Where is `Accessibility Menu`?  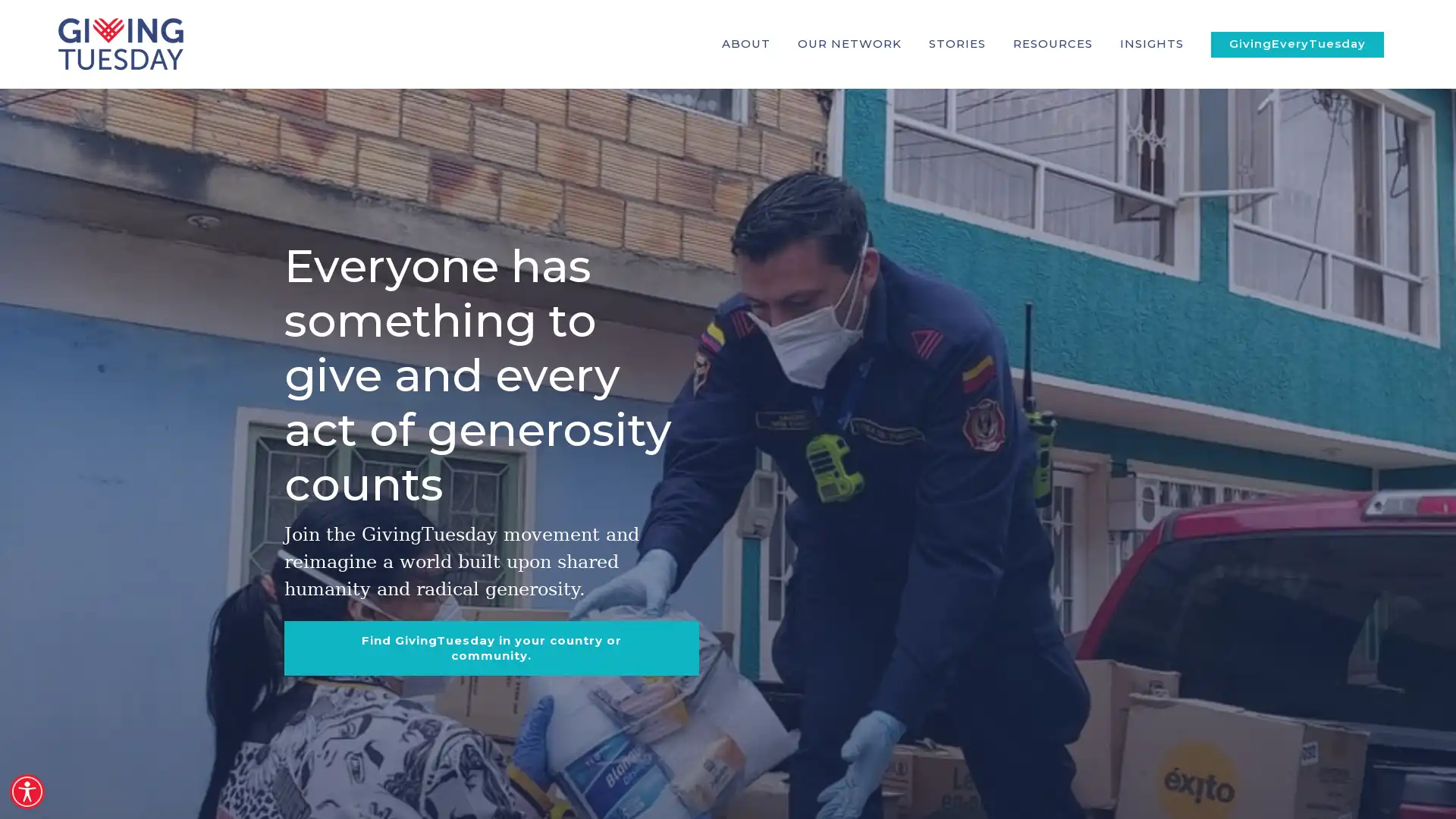
Accessibility Menu is located at coordinates (27, 791).